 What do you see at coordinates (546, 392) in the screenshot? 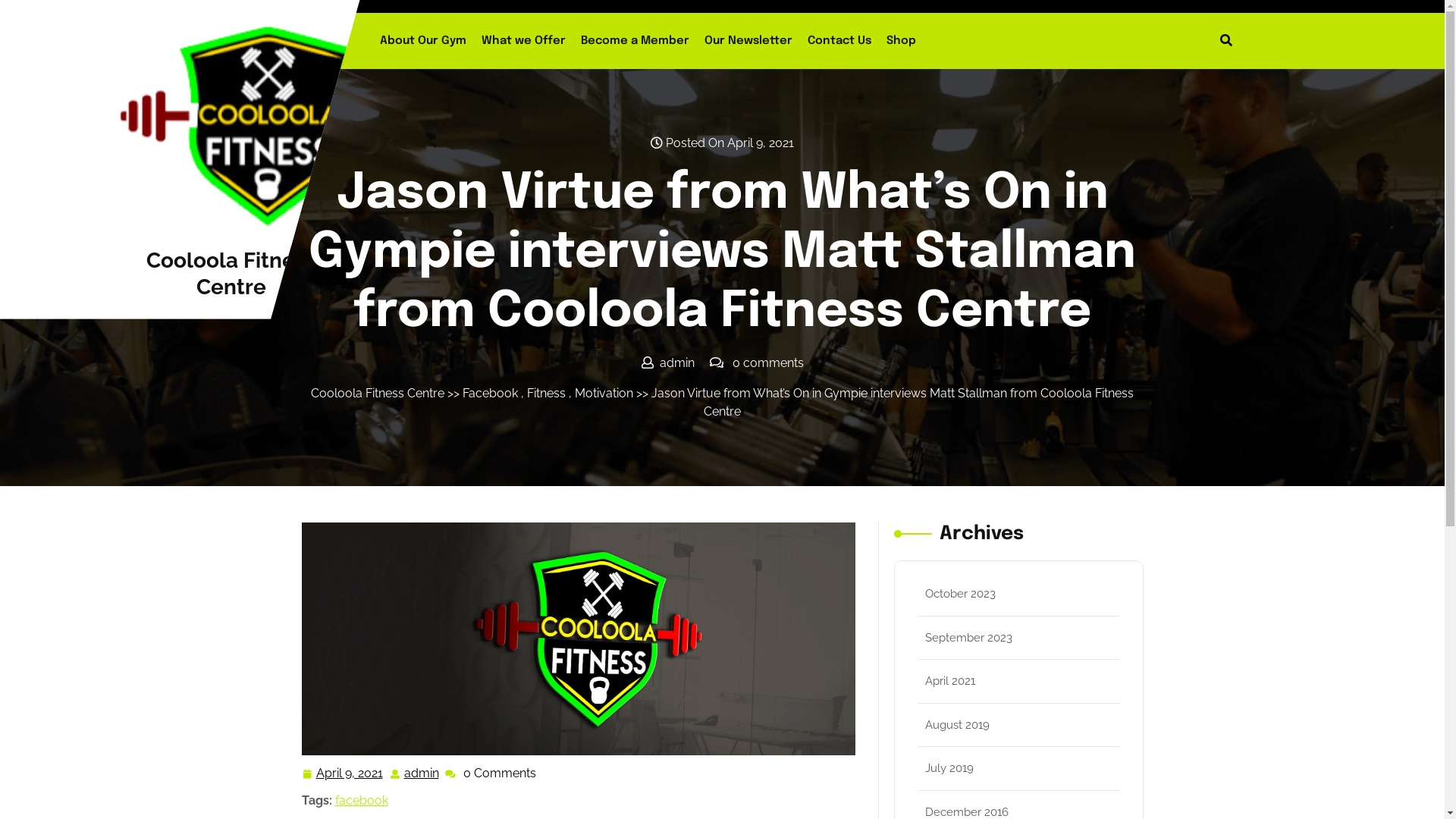
I see `'Fitness'` at bounding box center [546, 392].